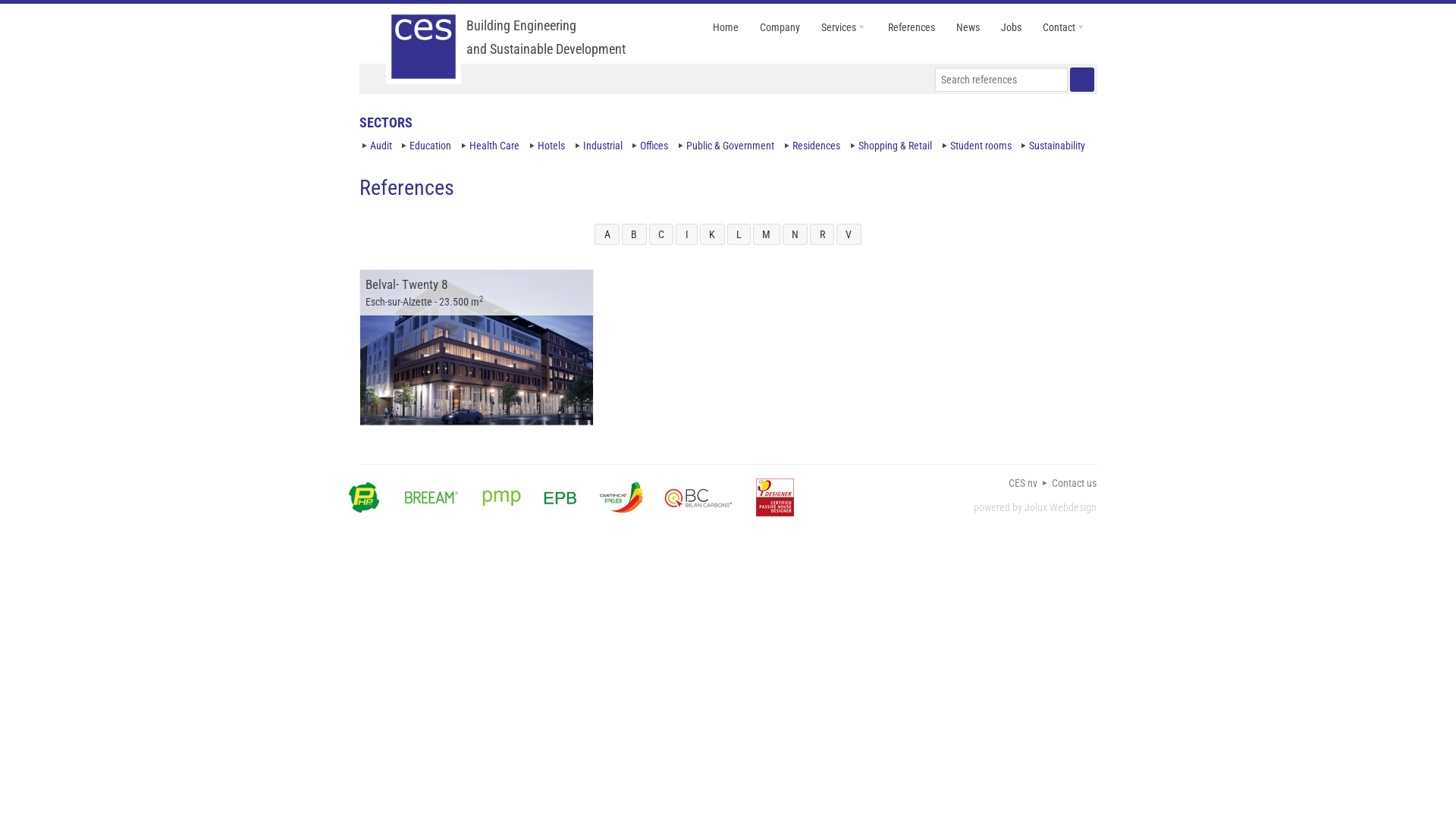 The width and height of the screenshot is (1456, 819). I want to click on 'R', so click(809, 234).